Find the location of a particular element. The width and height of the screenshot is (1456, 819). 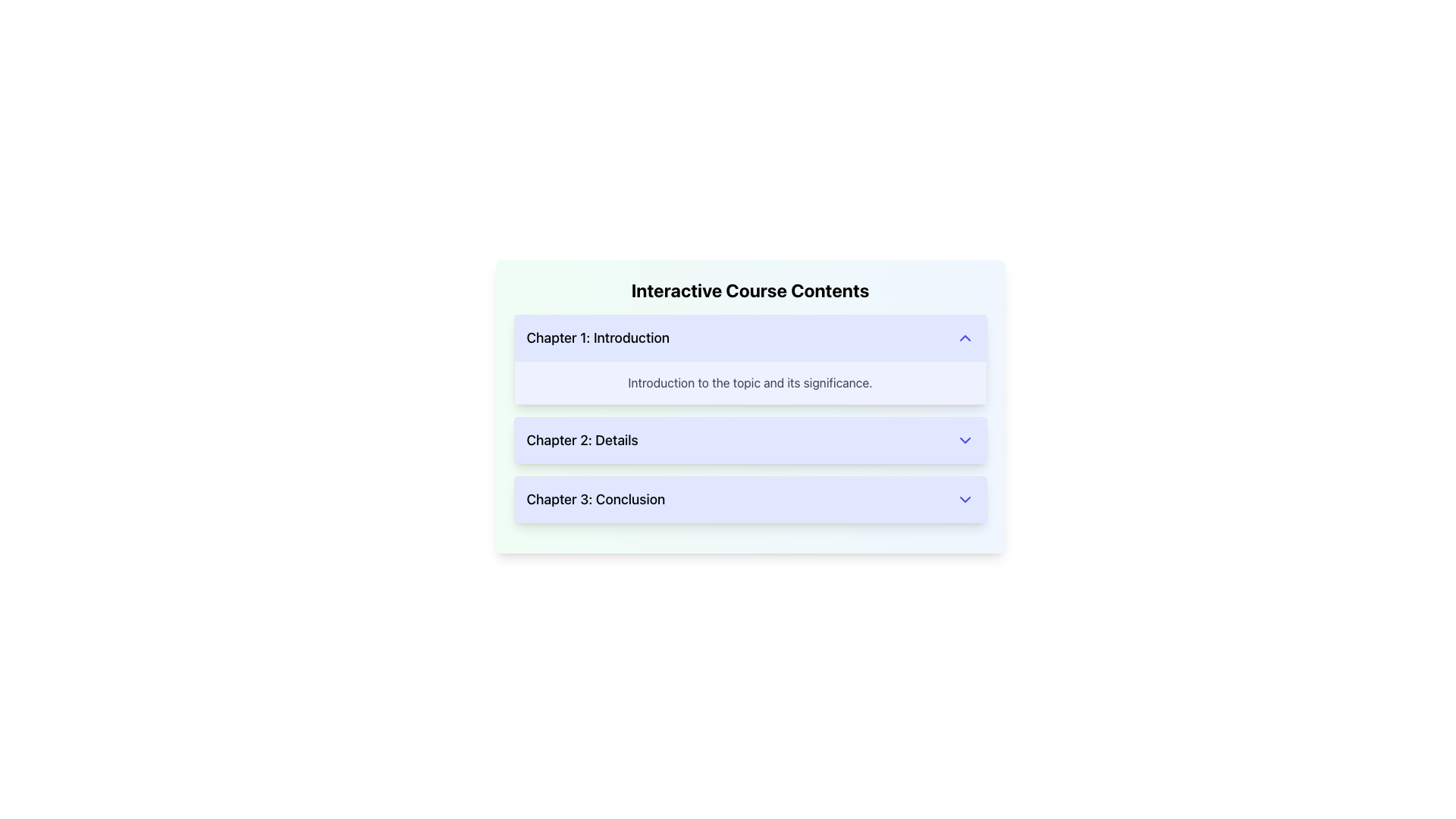

the collapsible button for 'Chapter 3: Conclusion' is located at coordinates (750, 500).